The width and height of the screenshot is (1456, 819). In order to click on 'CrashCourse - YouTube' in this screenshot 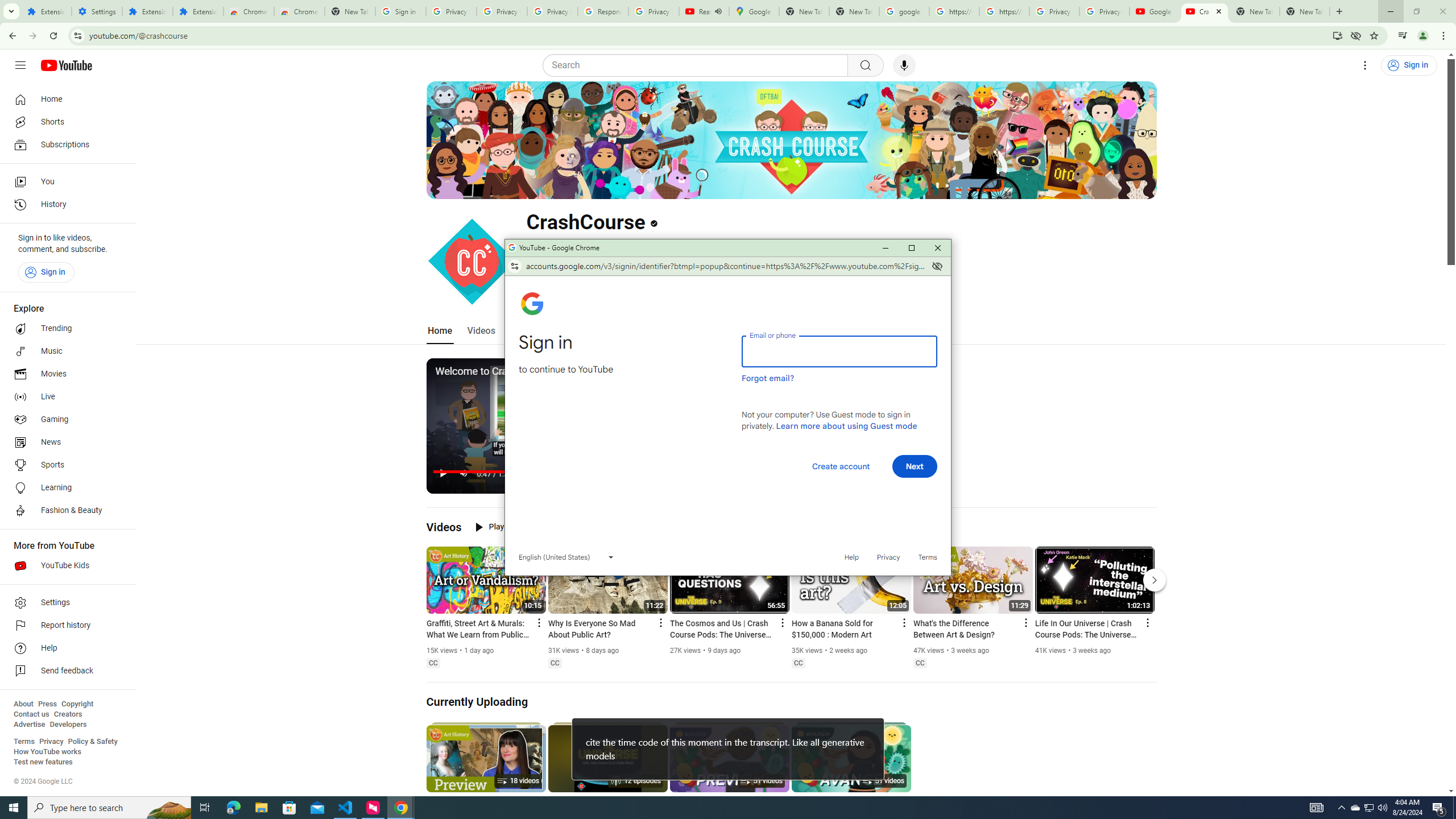, I will do `click(1204, 11)`.